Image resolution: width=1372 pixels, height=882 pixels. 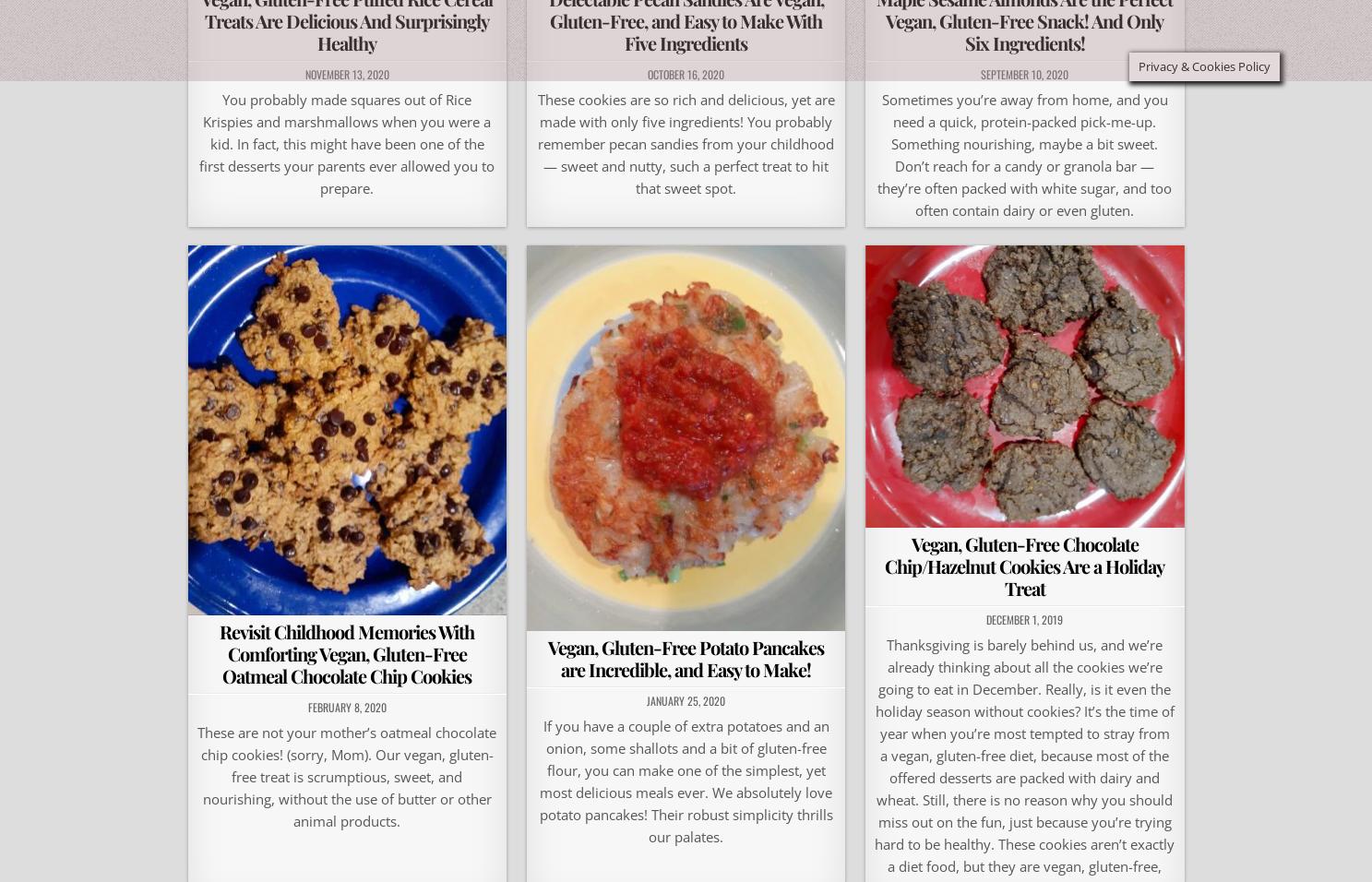 What do you see at coordinates (1023, 154) in the screenshot?
I see `'Sometimes you’re away from home, and you need a quick, protein-packed pick-me-up. Something nourishing, maybe a bit sweet. Don’t reach for a candy or granola bar — they’re often packed with white sugar, and too often contain dairy or even gluten.'` at bounding box center [1023, 154].